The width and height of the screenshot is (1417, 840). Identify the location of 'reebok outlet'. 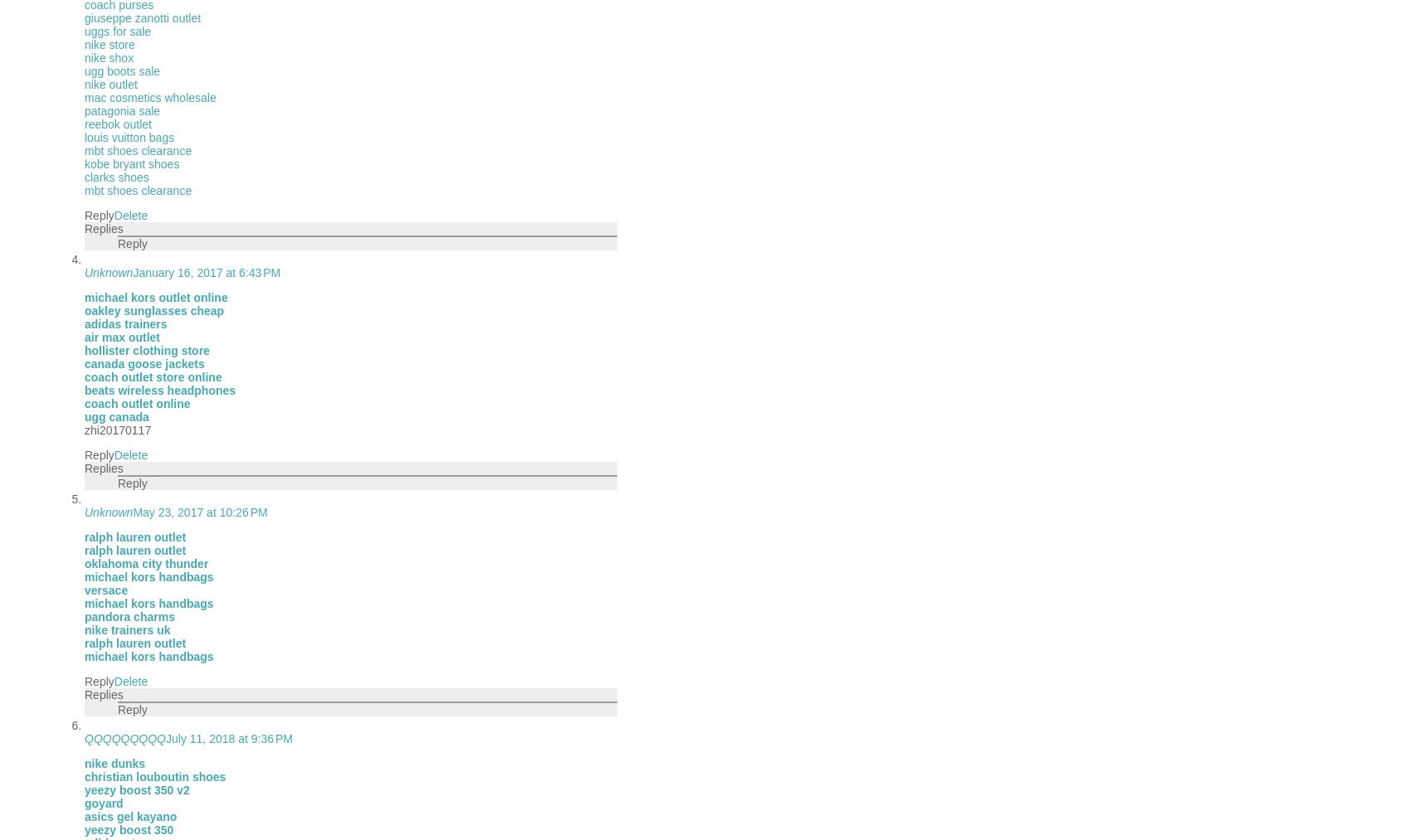
(117, 124).